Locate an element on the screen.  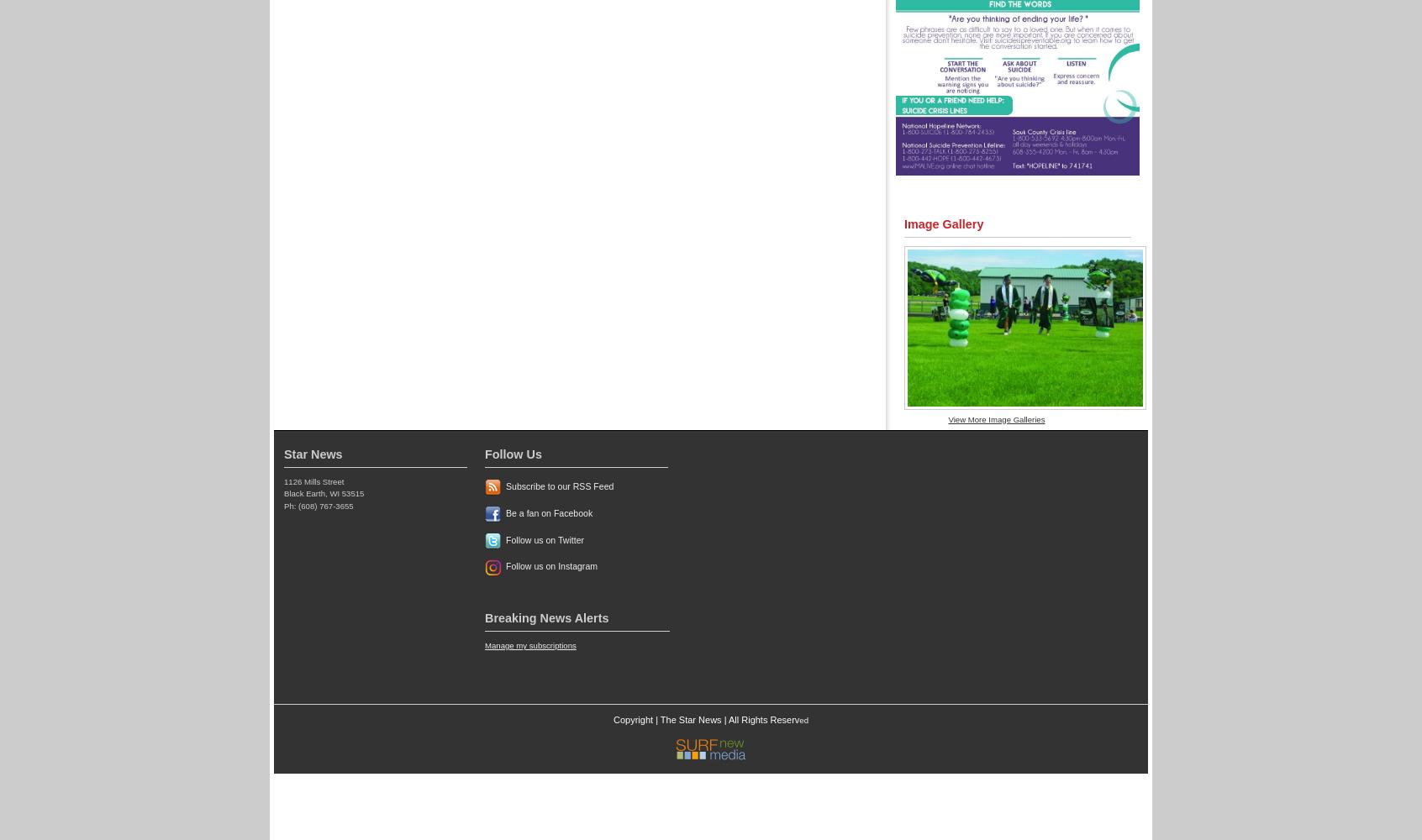
'Image Gallery' is located at coordinates (943, 224).